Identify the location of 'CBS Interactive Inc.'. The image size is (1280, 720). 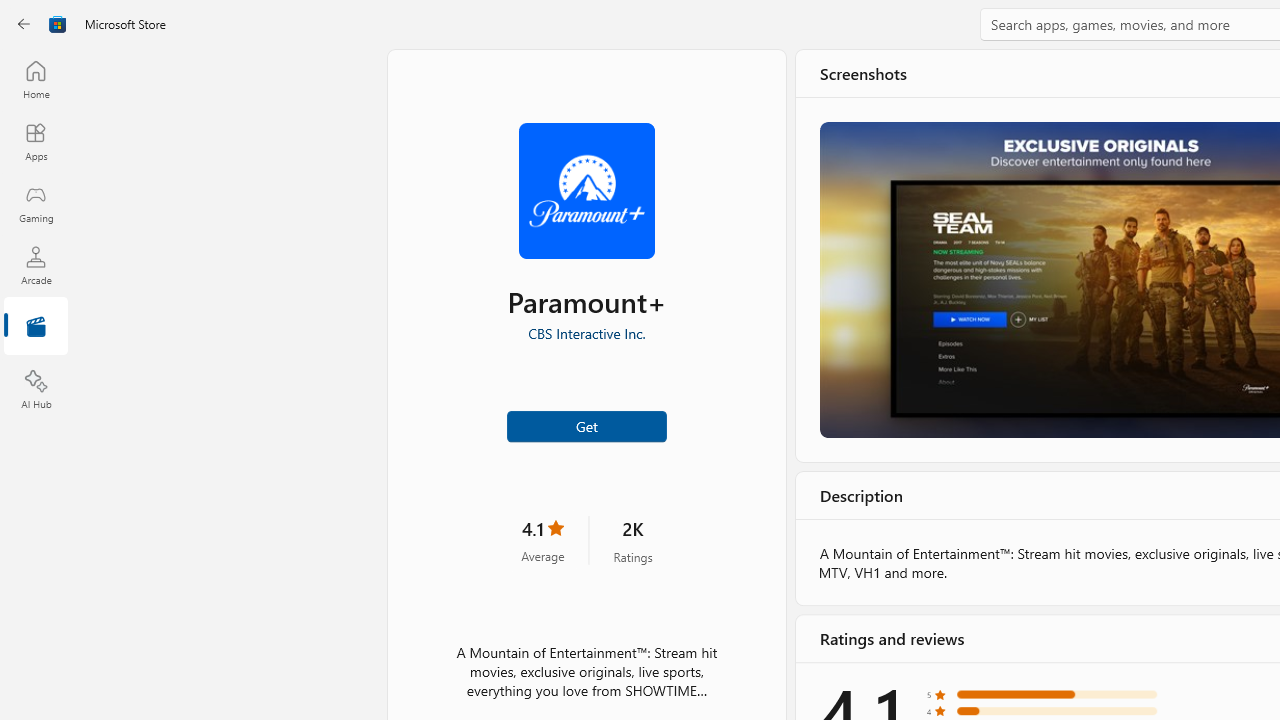
(585, 332).